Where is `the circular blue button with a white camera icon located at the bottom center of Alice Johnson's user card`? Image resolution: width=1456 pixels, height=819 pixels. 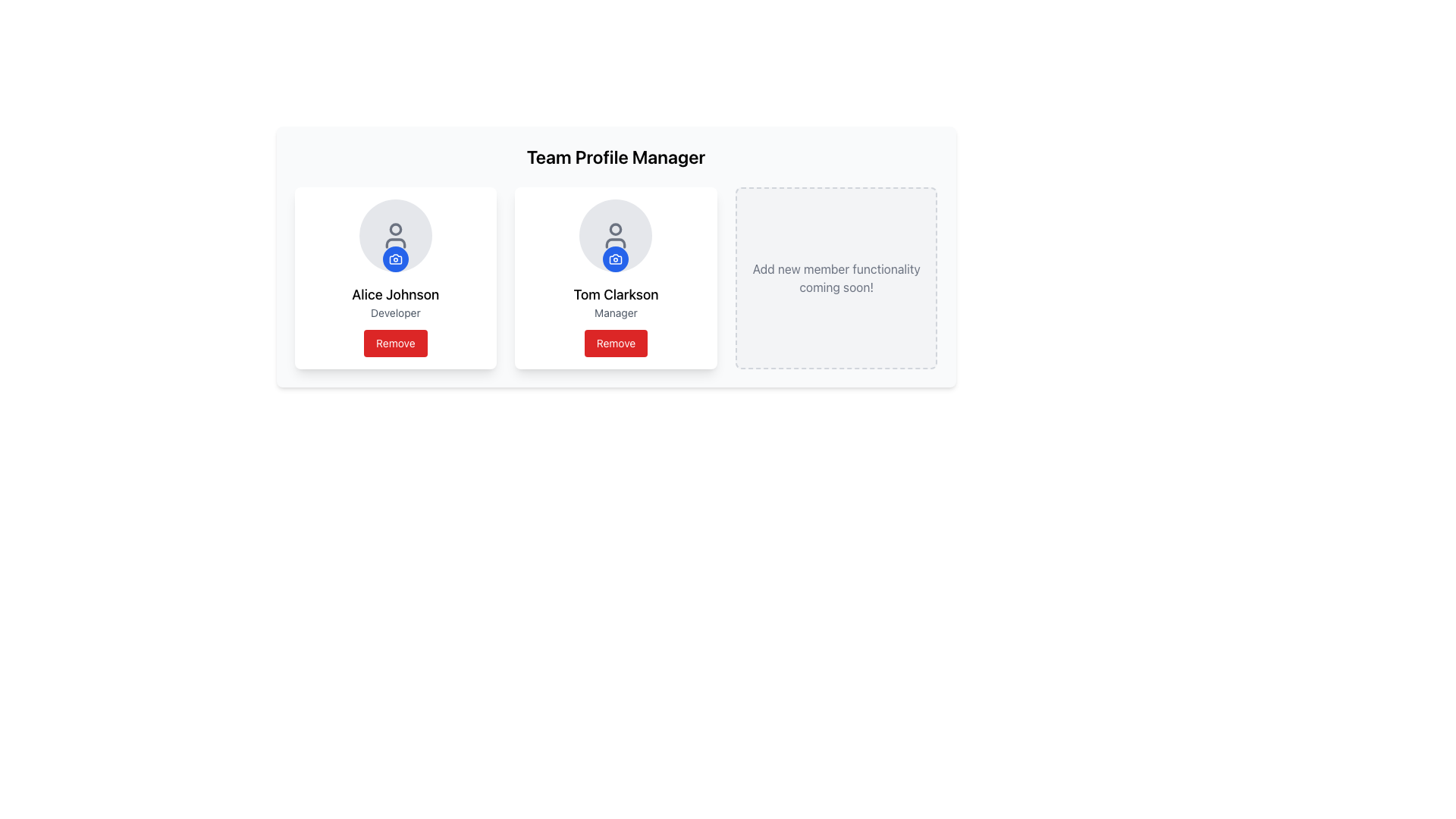 the circular blue button with a white camera icon located at the bottom center of Alice Johnson's user card is located at coordinates (395, 259).